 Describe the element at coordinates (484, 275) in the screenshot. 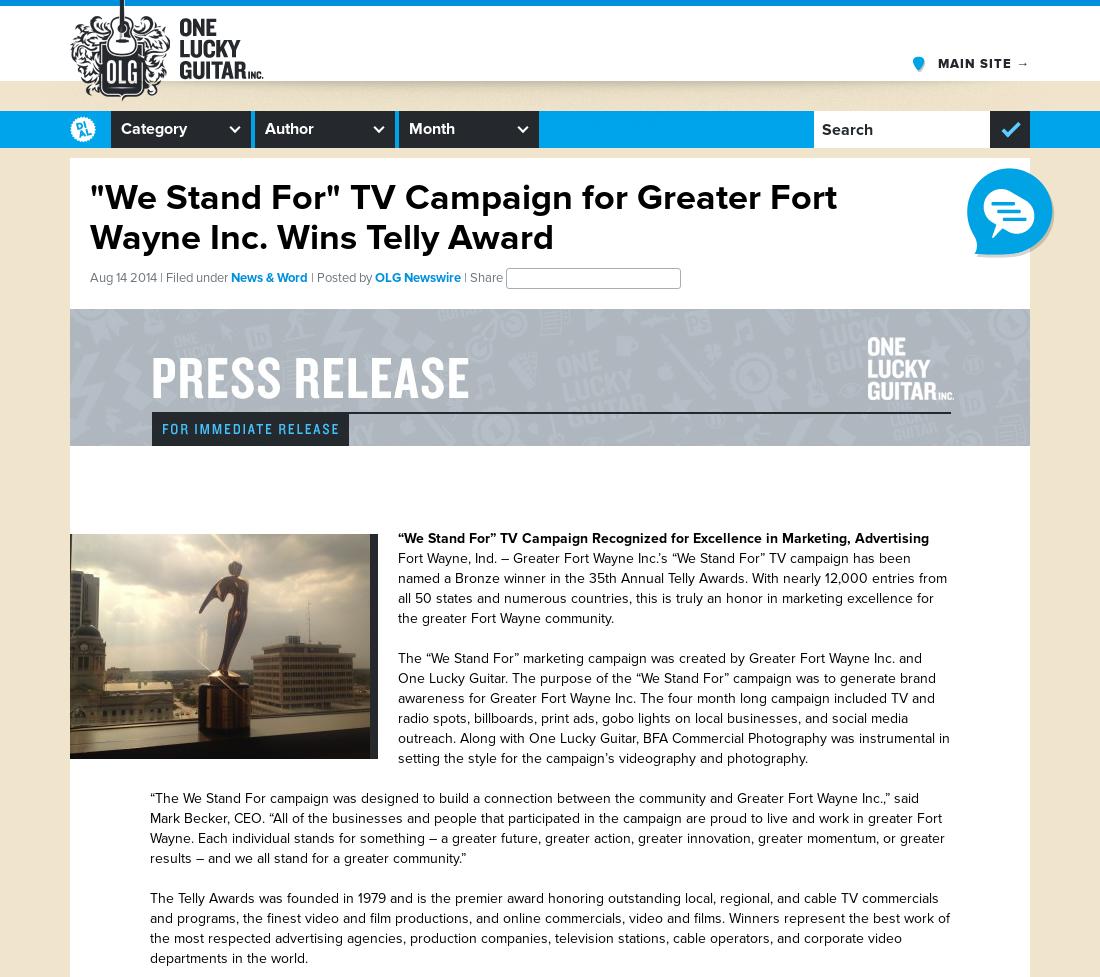

I see `'|
						Share'` at that location.